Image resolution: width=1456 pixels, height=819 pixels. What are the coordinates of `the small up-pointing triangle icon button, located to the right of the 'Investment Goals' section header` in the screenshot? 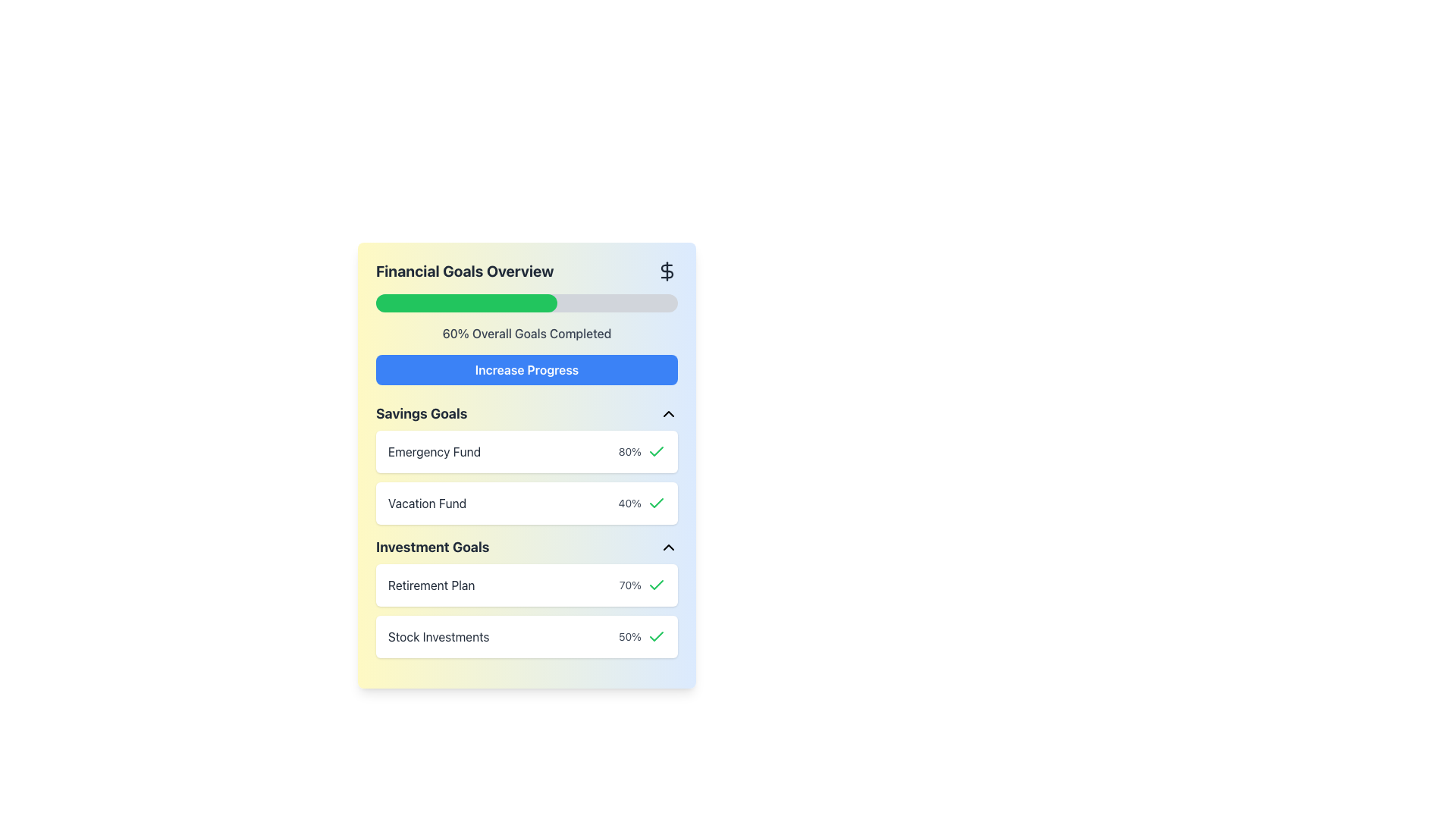 It's located at (668, 547).